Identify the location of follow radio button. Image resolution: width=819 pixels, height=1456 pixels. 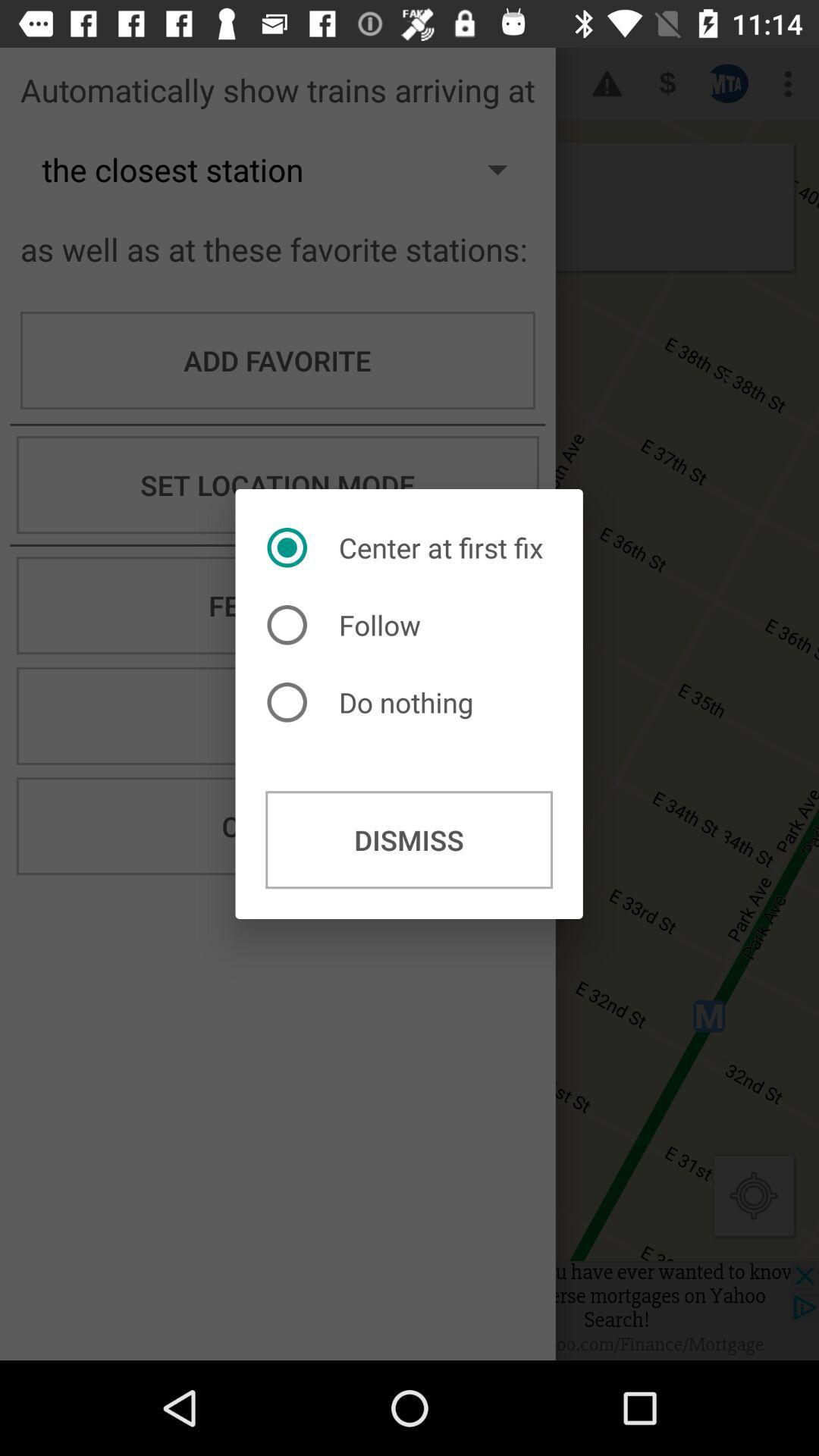
(348, 625).